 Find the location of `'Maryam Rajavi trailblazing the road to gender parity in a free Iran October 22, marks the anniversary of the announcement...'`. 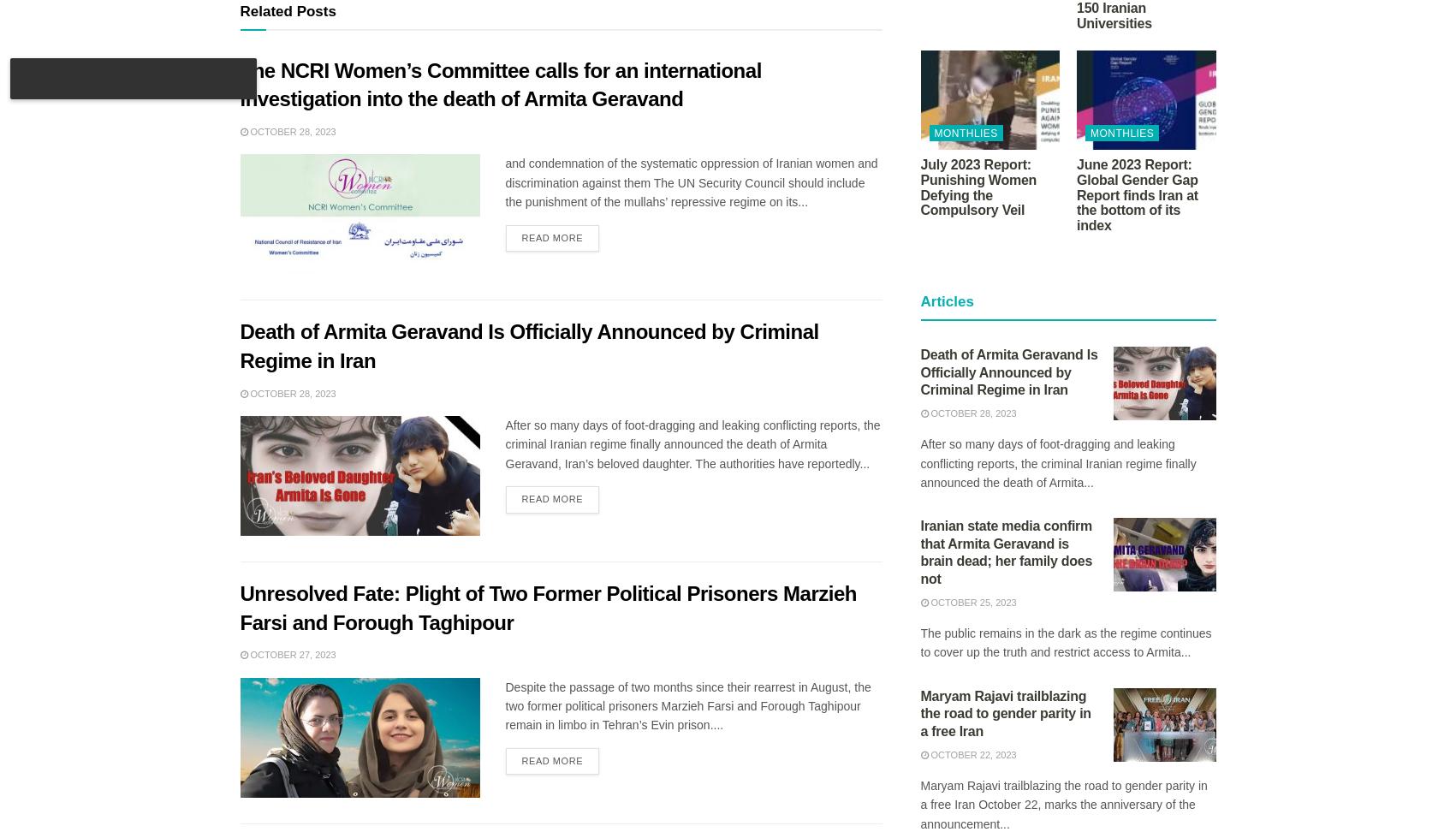

'Maryam Rajavi trailblazing the road to gender parity in a free Iran October 22, marks the anniversary of the announcement...' is located at coordinates (1063, 804).